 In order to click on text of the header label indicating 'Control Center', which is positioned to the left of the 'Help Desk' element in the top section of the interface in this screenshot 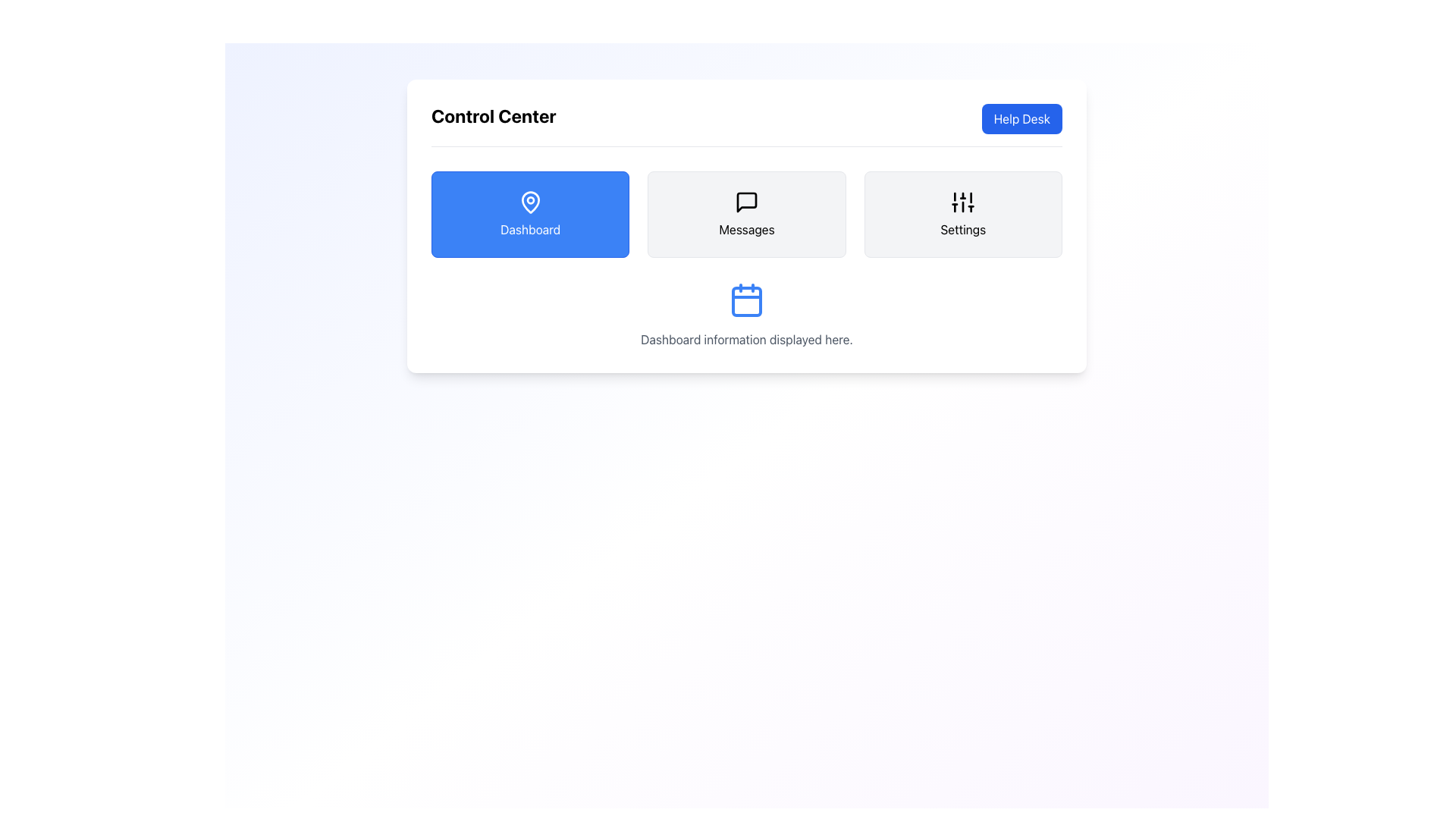, I will do `click(494, 118)`.